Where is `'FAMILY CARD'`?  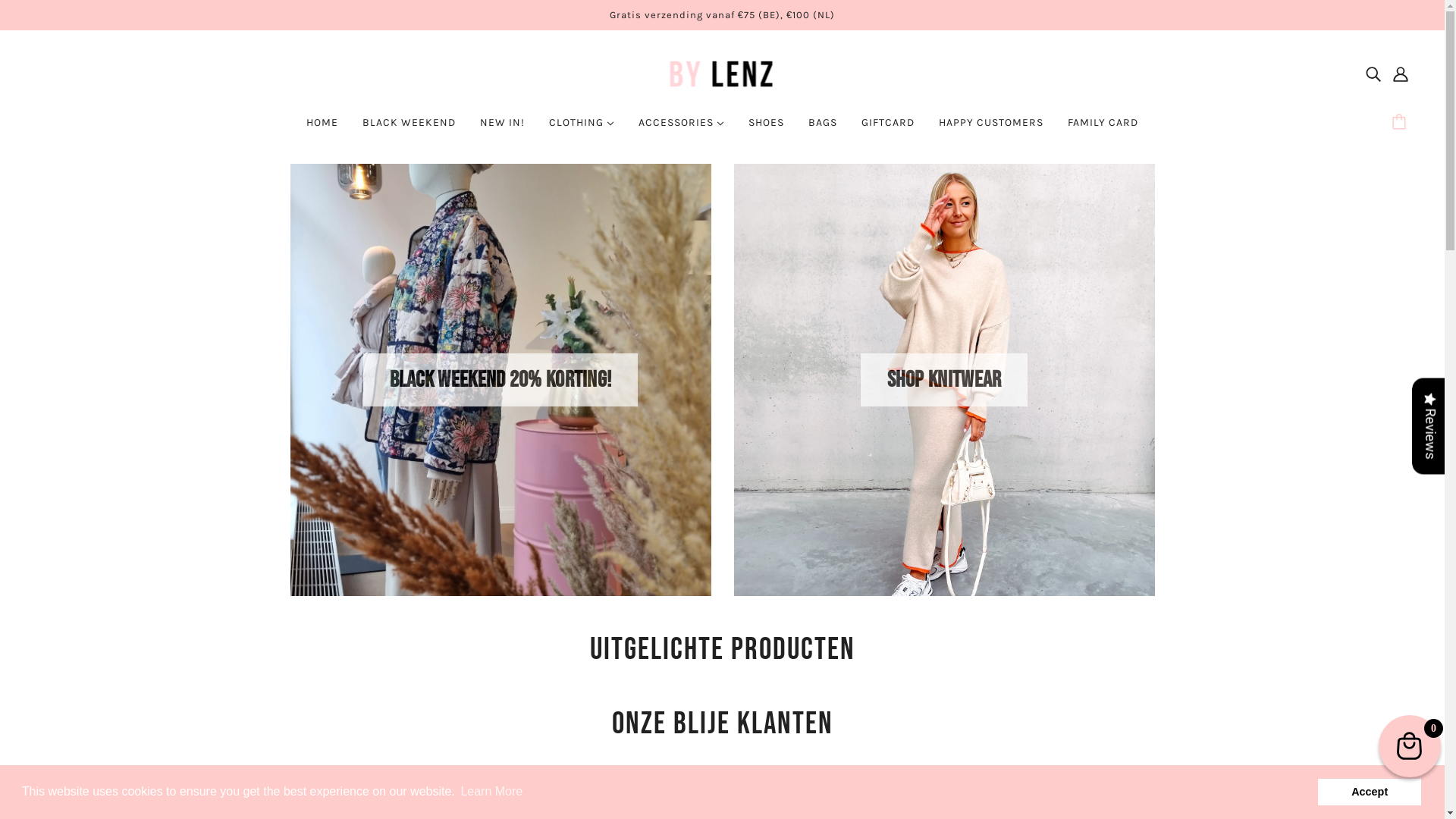 'FAMILY CARD' is located at coordinates (1103, 127).